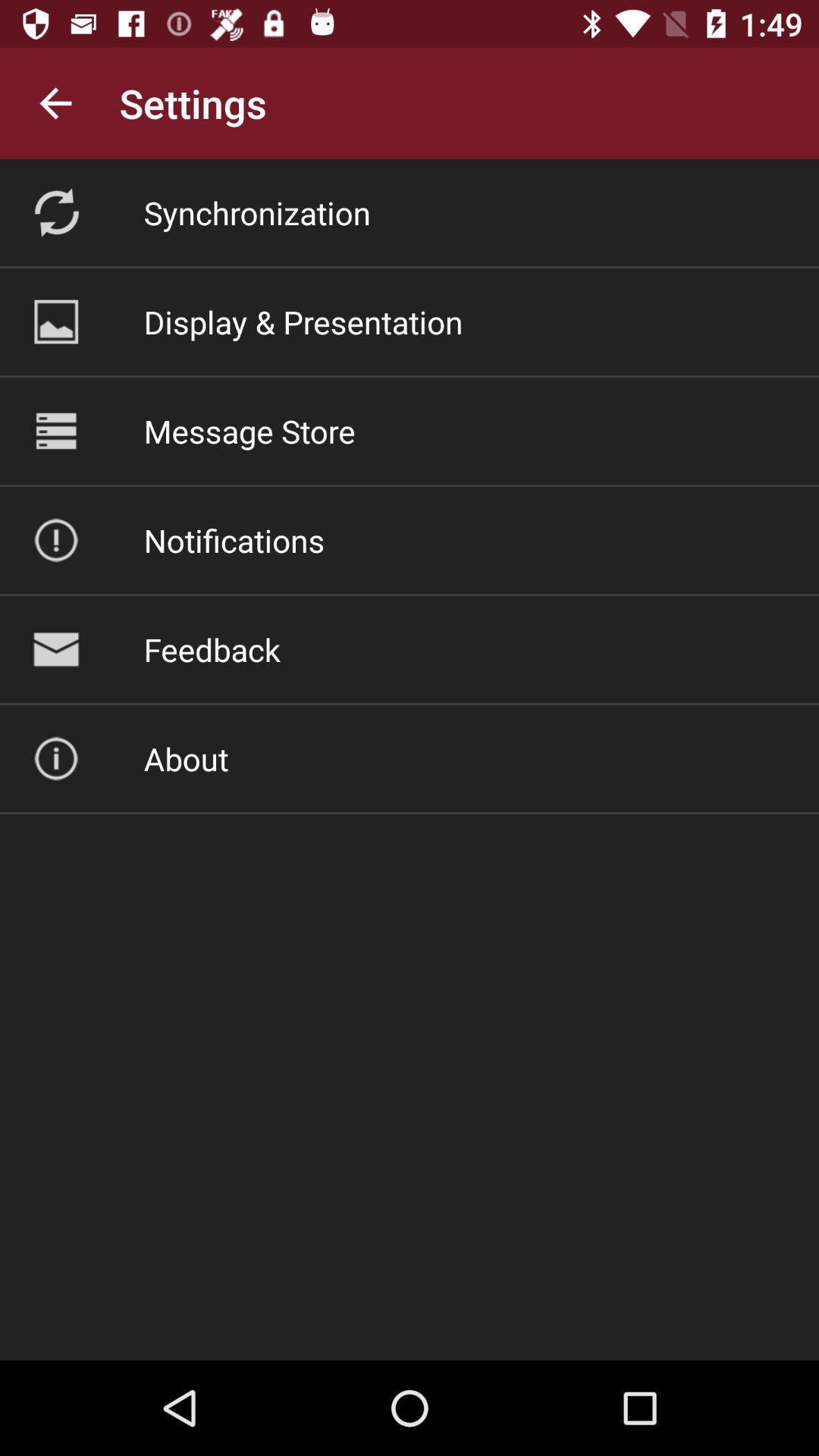 The height and width of the screenshot is (1456, 819). What do you see at coordinates (256, 212) in the screenshot?
I see `item below settings item` at bounding box center [256, 212].